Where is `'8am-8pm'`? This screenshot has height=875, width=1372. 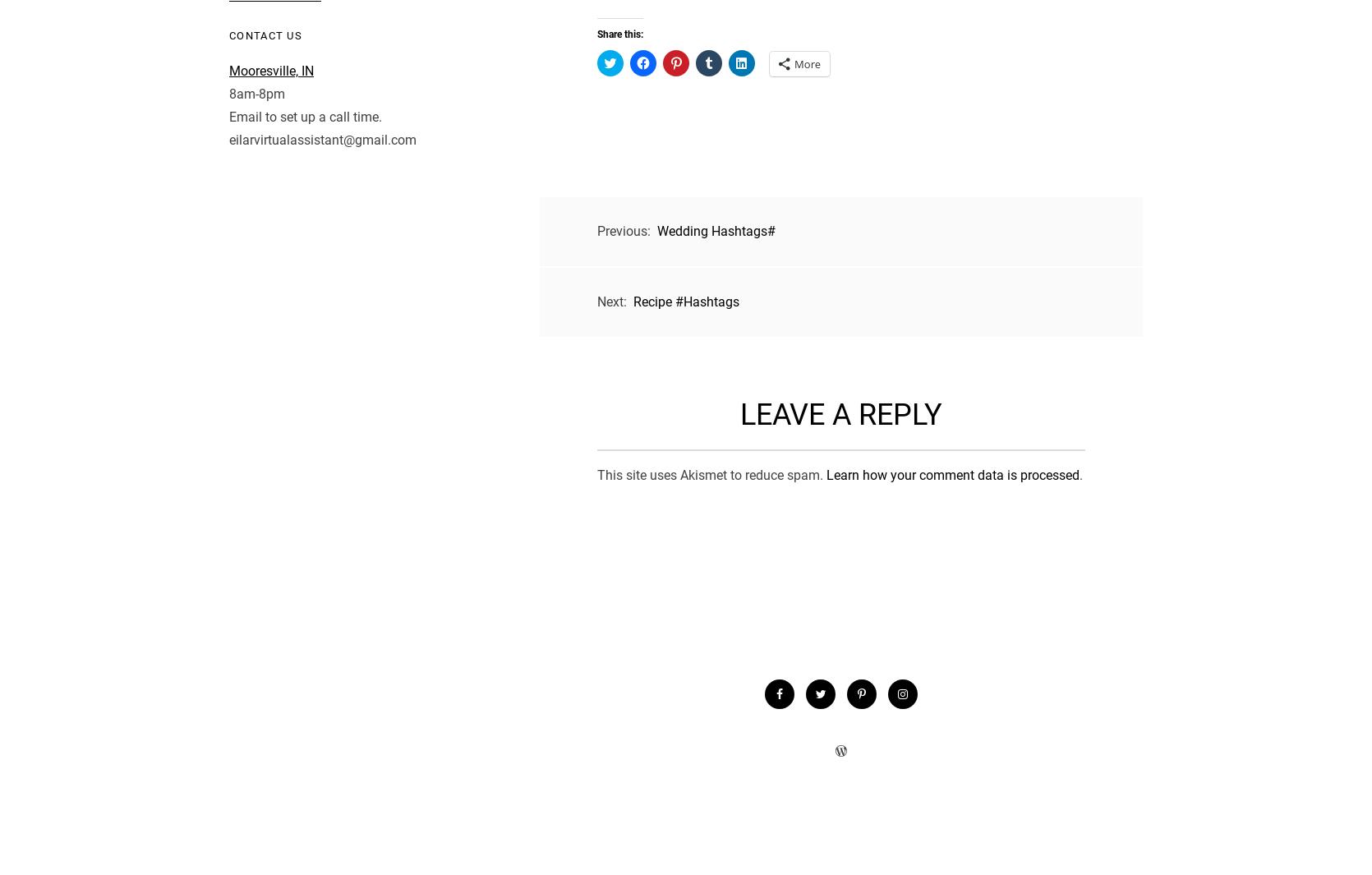
'8am-8pm' is located at coordinates (256, 92).